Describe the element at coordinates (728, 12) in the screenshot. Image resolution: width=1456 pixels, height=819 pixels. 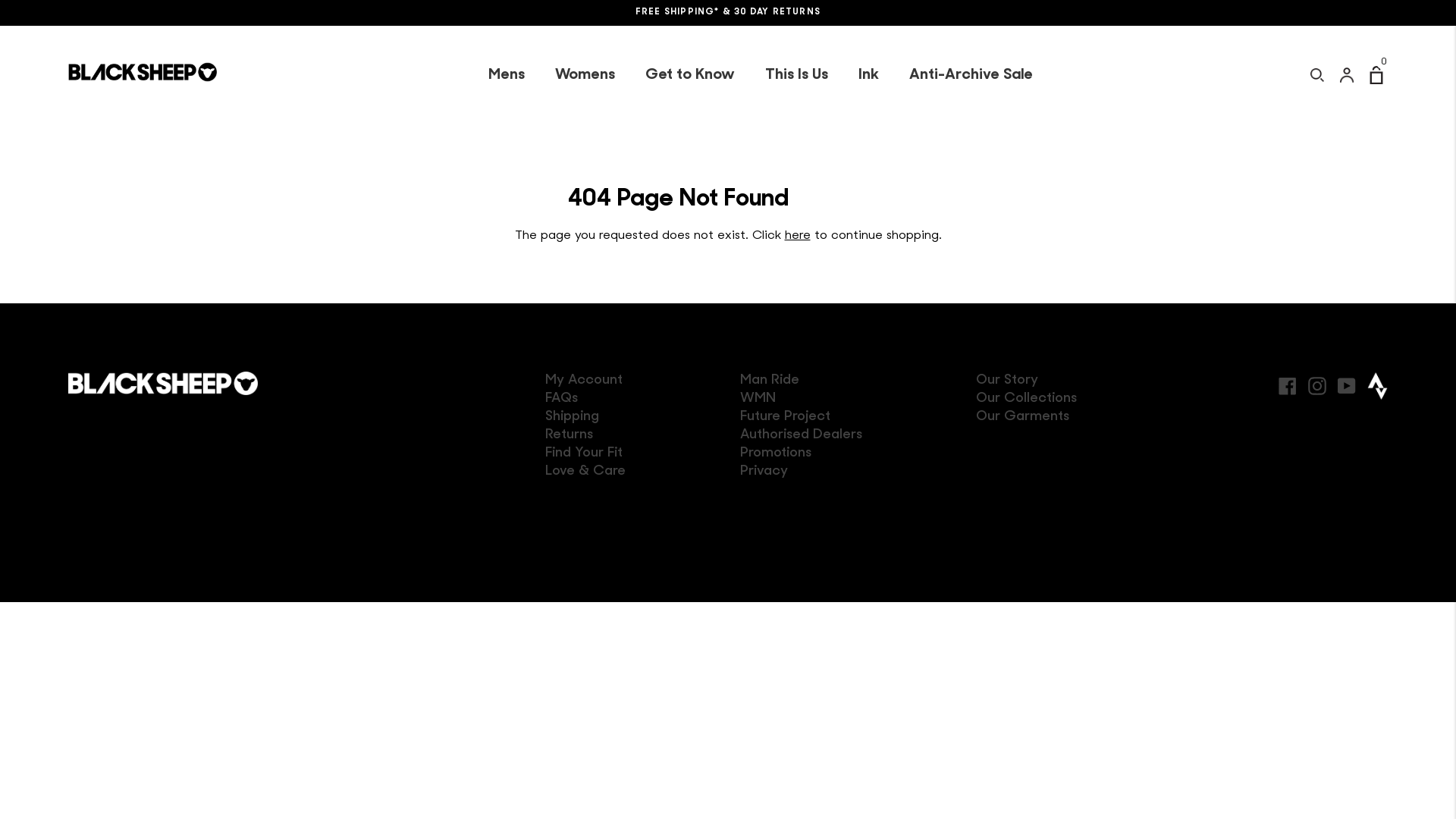
I see `'FREE SHIPPING* & 30 DAY RETURNS'` at that location.